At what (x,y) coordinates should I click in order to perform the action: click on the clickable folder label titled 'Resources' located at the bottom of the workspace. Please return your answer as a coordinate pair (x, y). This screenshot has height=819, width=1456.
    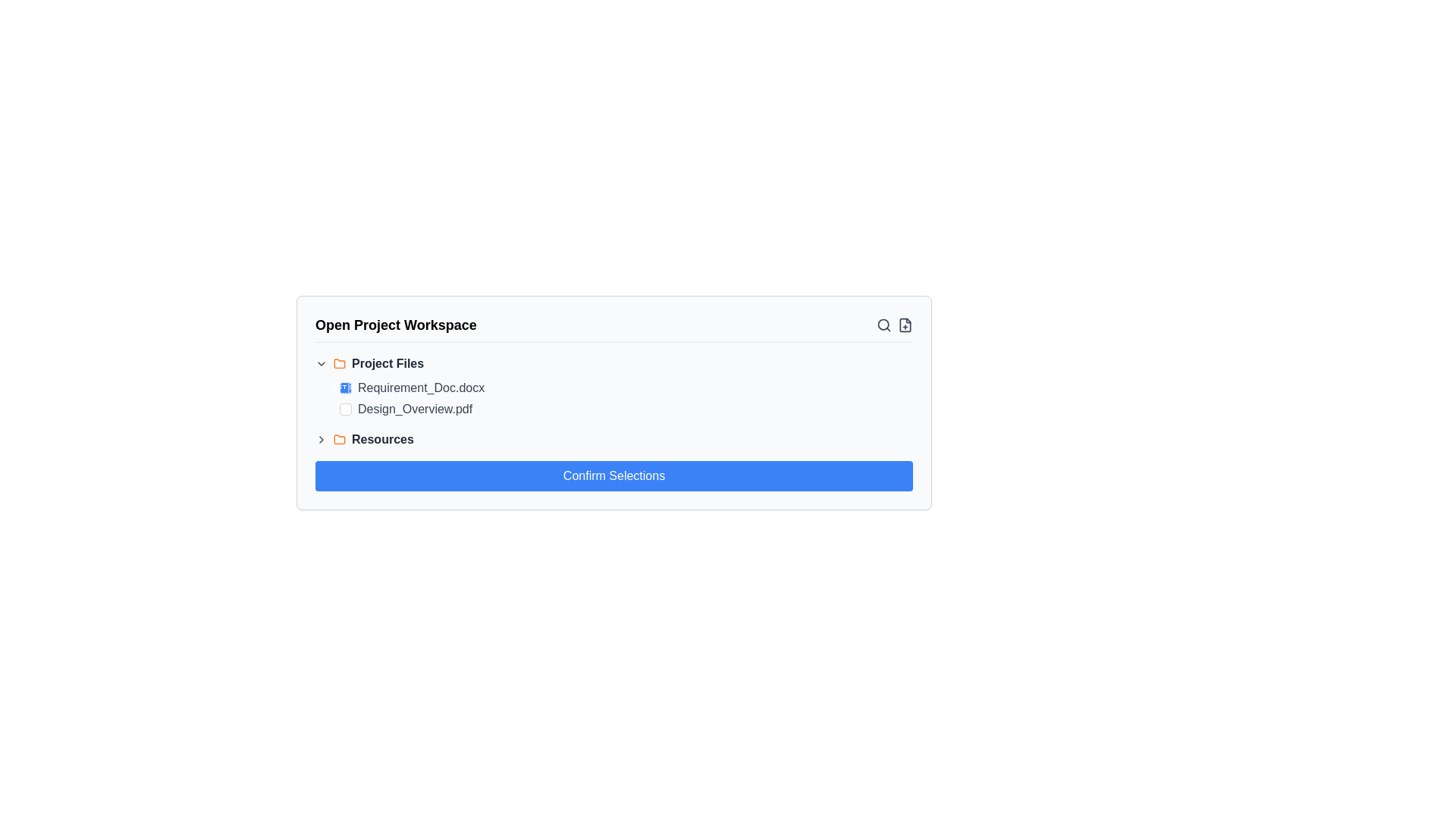
    Looking at the image, I should click on (382, 439).